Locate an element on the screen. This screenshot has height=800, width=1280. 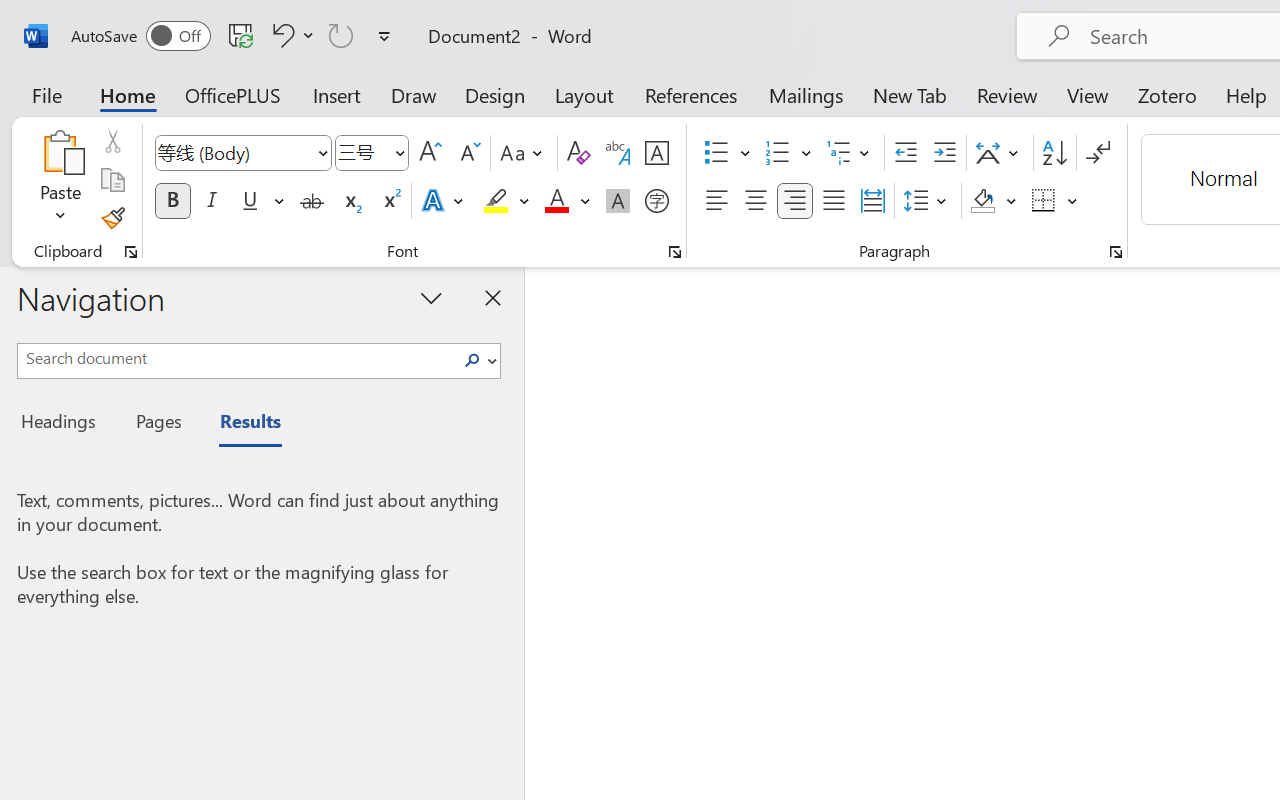
'Search document' is located at coordinates (237, 358).